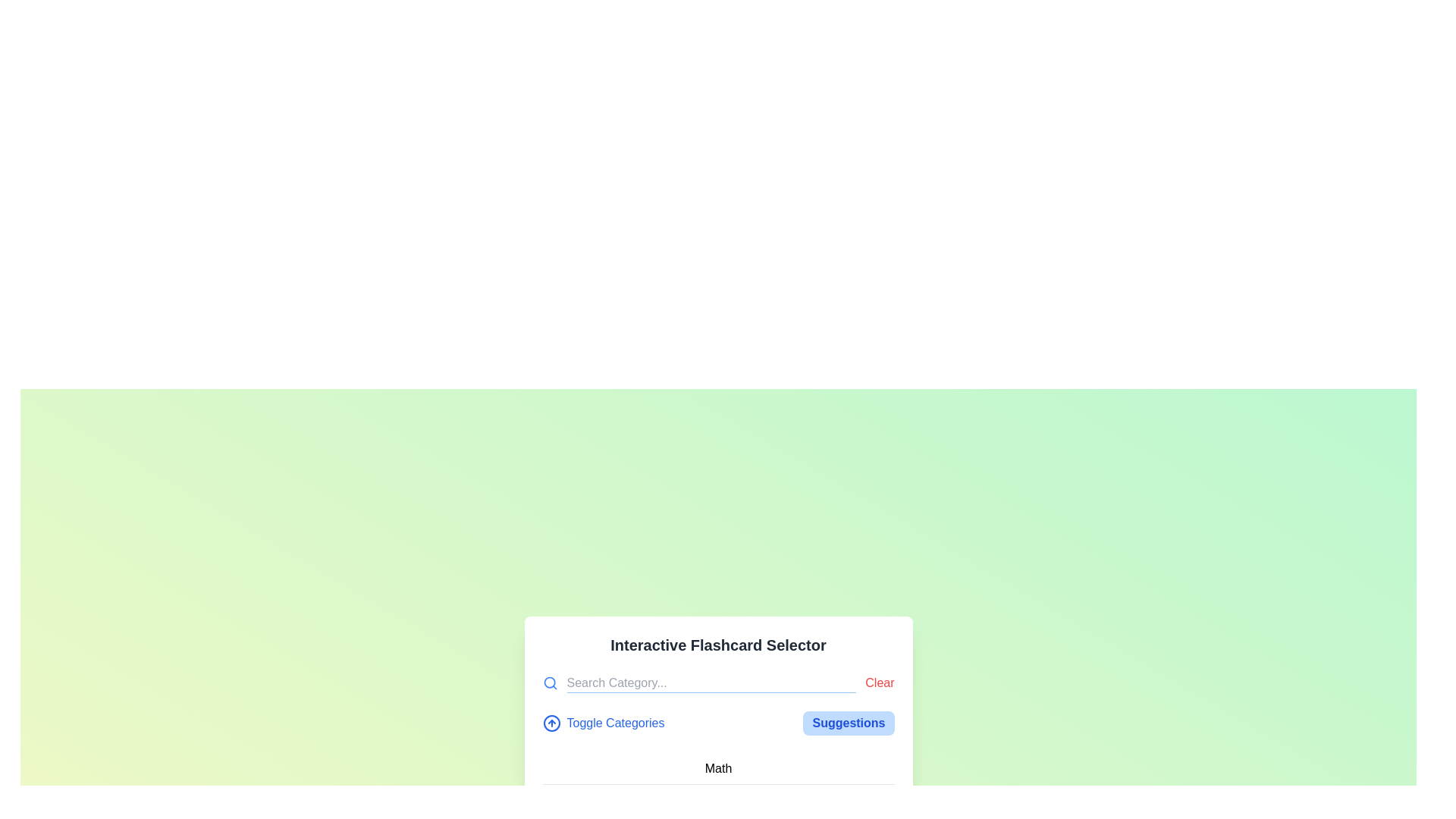 This screenshot has height=819, width=1456. I want to click on the blue magnifying glass icon located to the immediate left of the 'Search Category...' input box, so click(549, 683).